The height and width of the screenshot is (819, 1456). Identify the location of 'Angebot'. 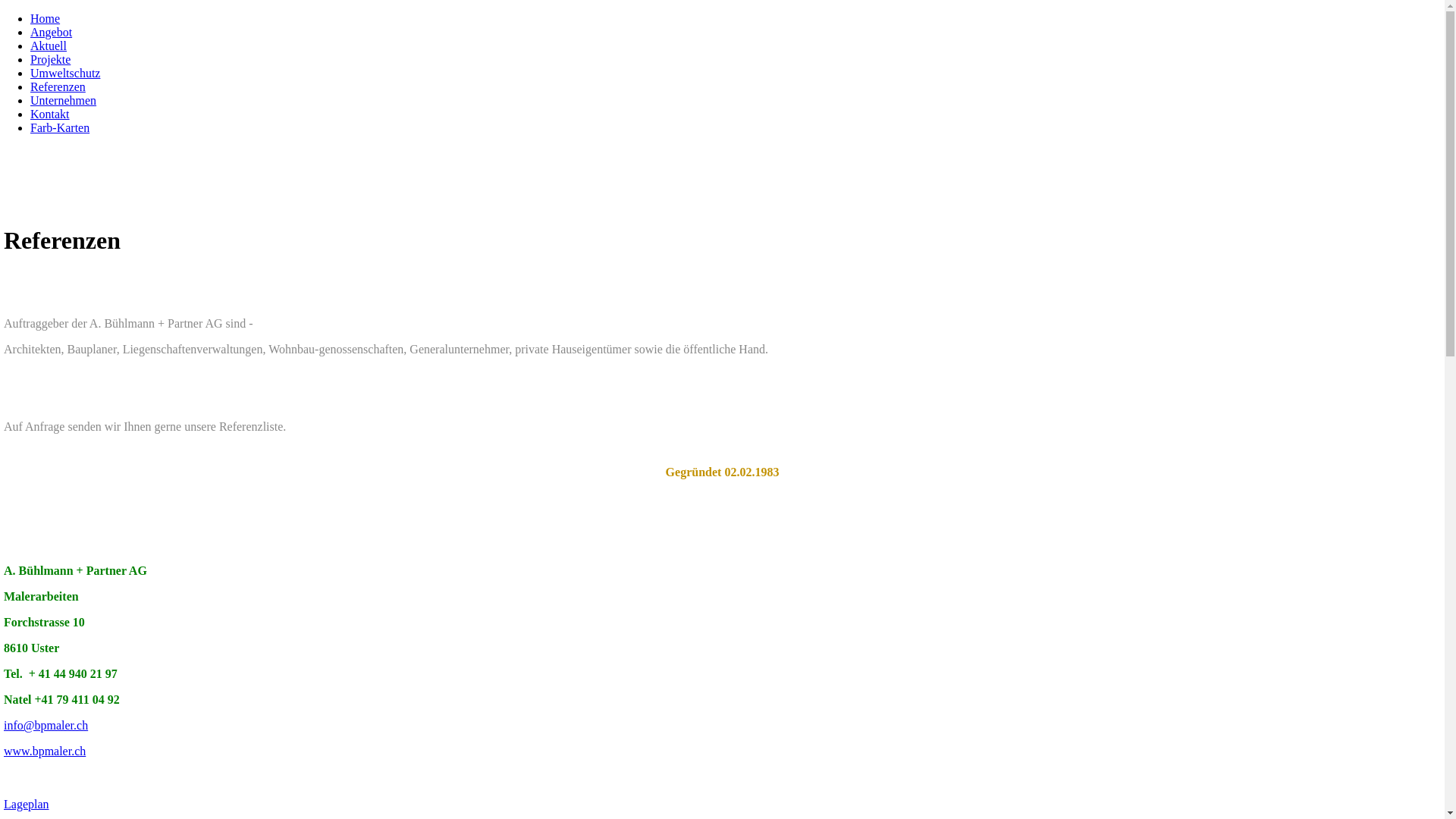
(51, 32).